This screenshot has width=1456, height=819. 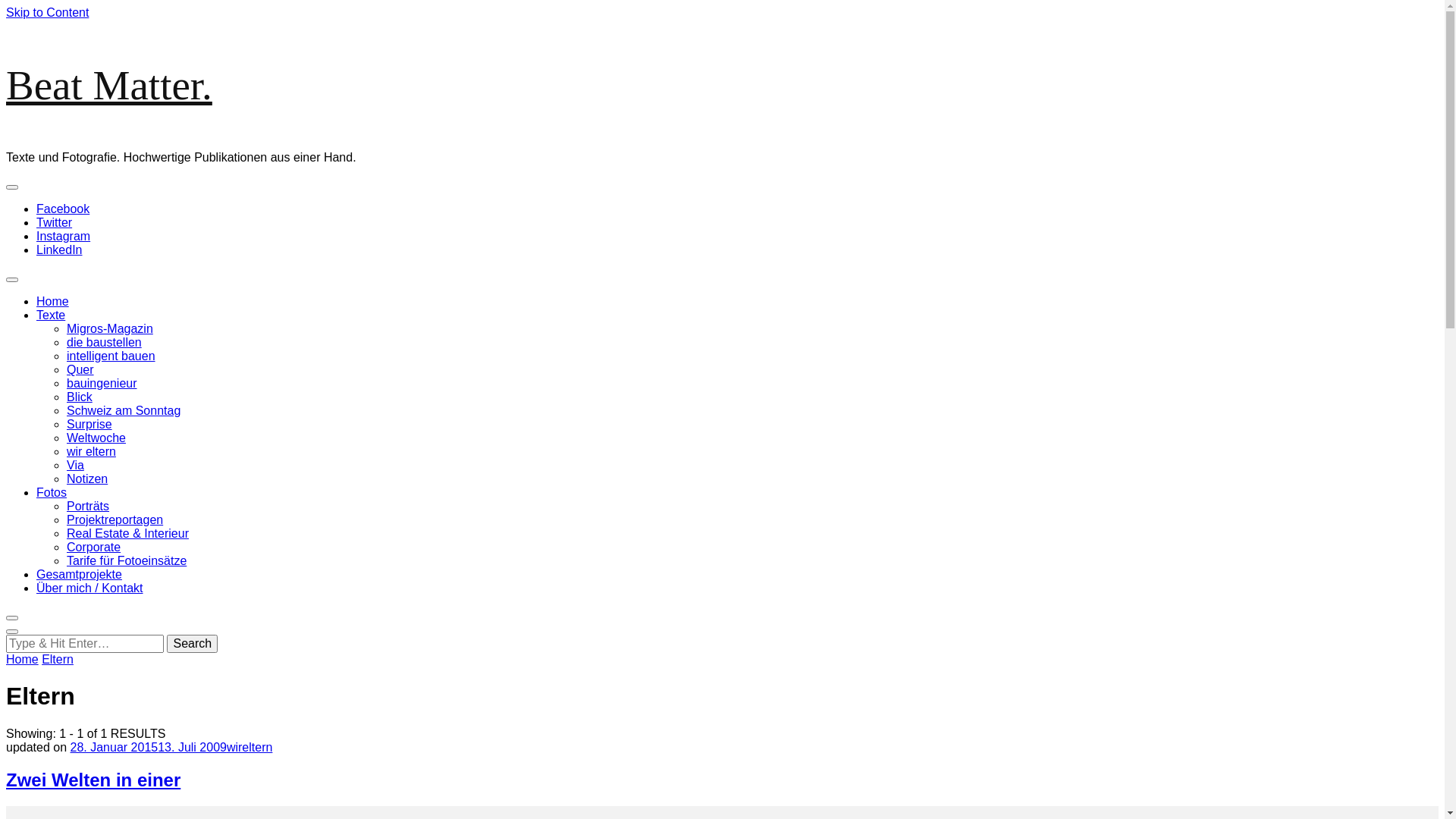 I want to click on 'Texte', so click(x=51, y=314).